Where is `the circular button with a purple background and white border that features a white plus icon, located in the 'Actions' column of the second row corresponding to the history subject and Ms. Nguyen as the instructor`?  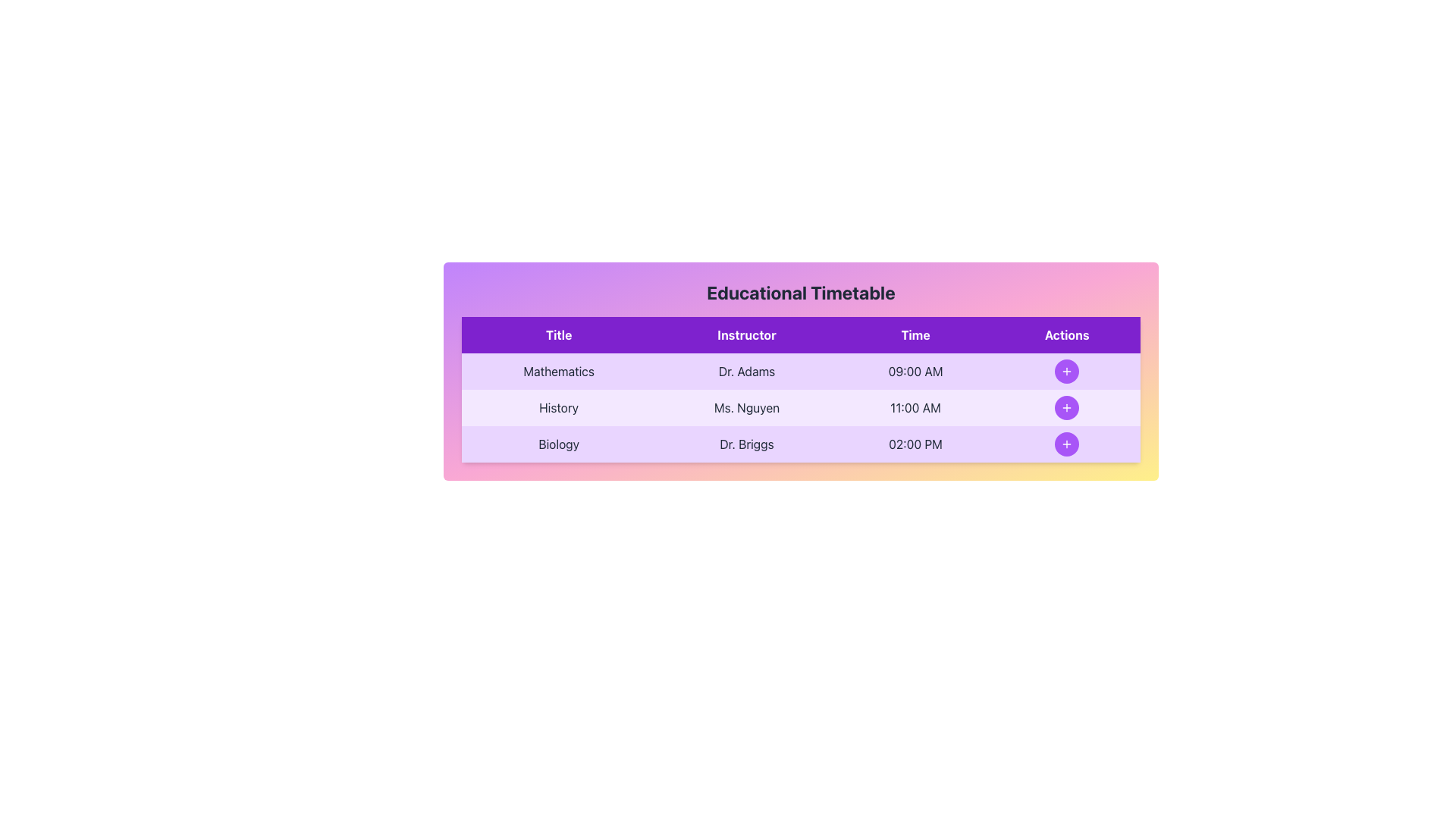 the circular button with a purple background and white border that features a white plus icon, located in the 'Actions' column of the second row corresponding to the history subject and Ms. Nguyen as the instructor is located at coordinates (1066, 406).